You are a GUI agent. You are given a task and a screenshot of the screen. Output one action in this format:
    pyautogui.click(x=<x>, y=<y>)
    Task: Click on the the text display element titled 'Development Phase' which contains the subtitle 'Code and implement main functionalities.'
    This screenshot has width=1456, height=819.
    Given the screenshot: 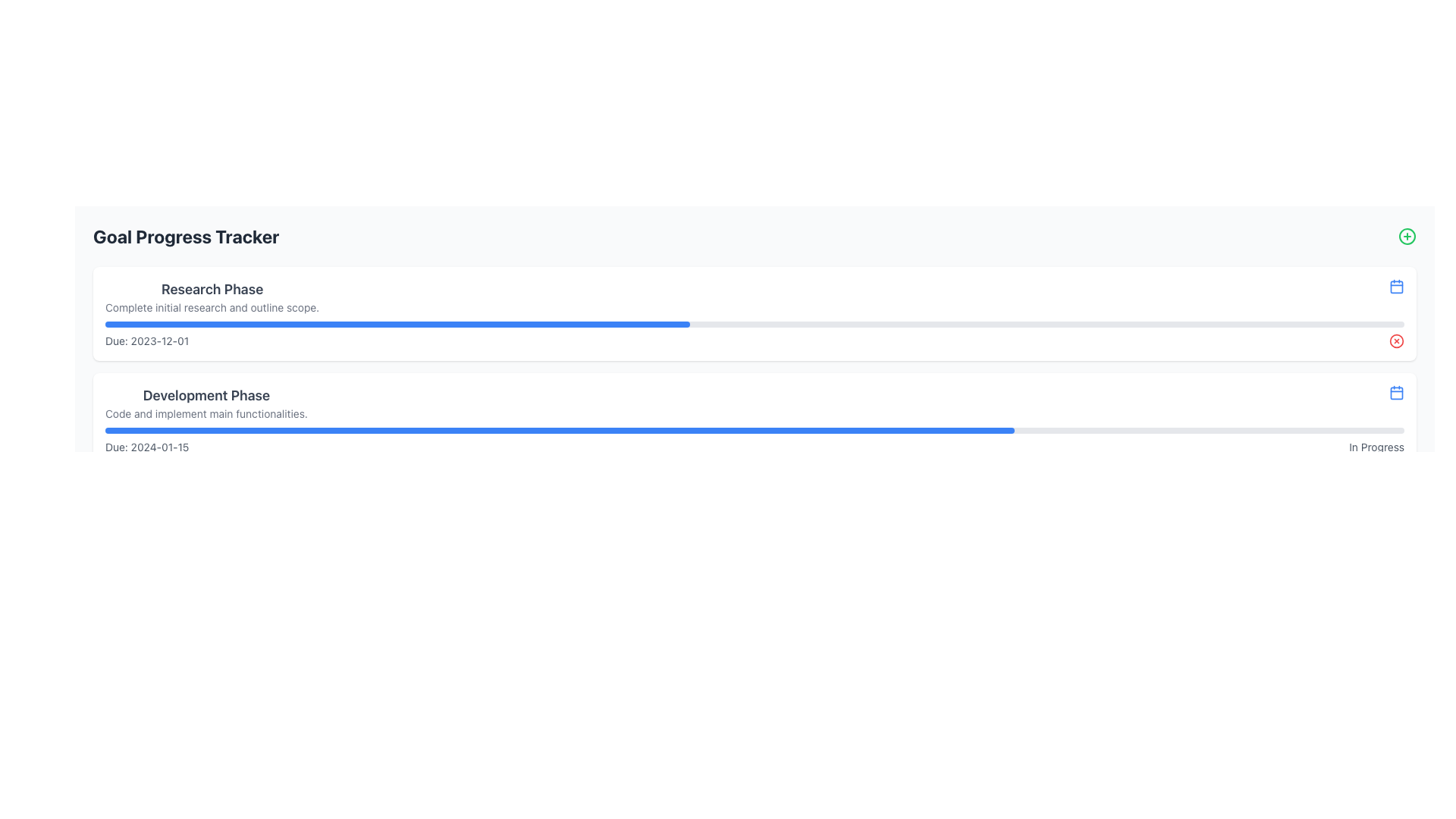 What is the action you would take?
    pyautogui.click(x=206, y=403)
    